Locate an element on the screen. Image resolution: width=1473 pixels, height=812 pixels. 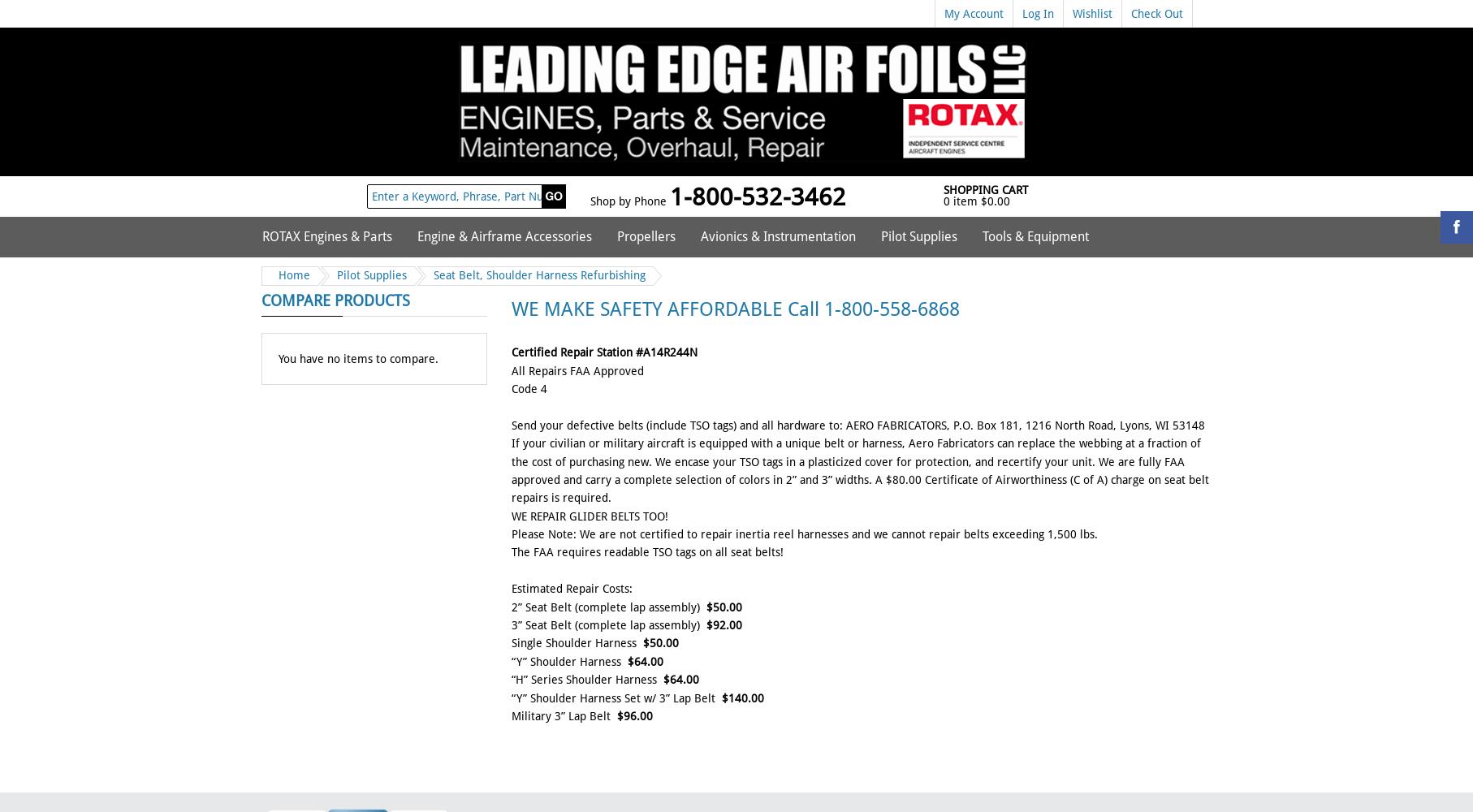
'ROTAX Engines & Parts' is located at coordinates (262, 236).